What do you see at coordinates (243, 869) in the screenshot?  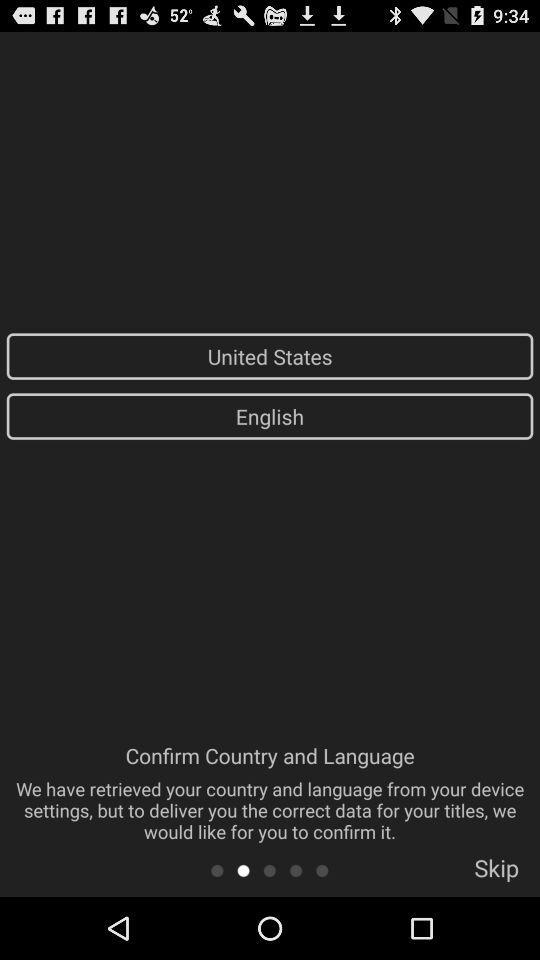 I see `move to second page` at bounding box center [243, 869].